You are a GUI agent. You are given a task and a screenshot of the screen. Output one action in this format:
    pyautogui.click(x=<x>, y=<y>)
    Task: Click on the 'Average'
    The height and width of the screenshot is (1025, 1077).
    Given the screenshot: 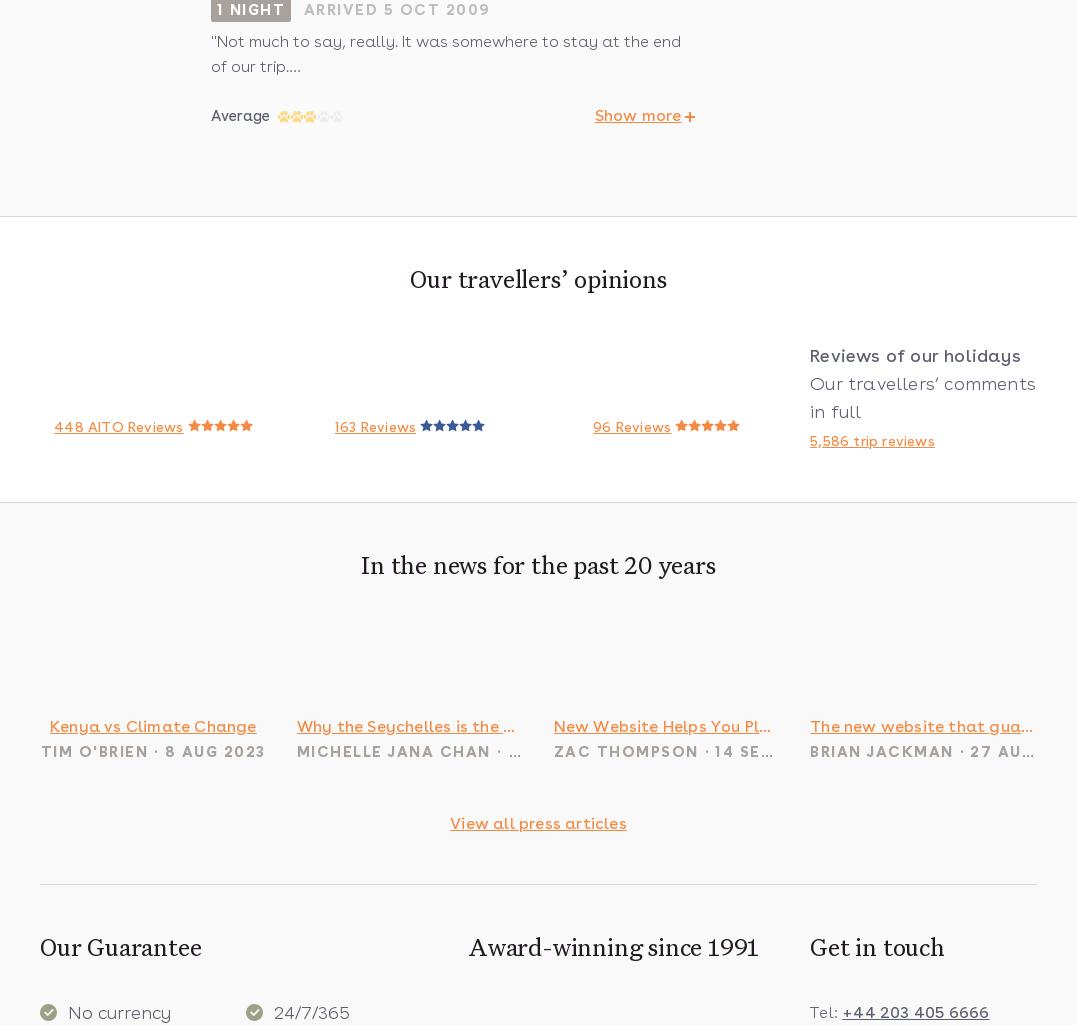 What is the action you would take?
    pyautogui.click(x=240, y=115)
    